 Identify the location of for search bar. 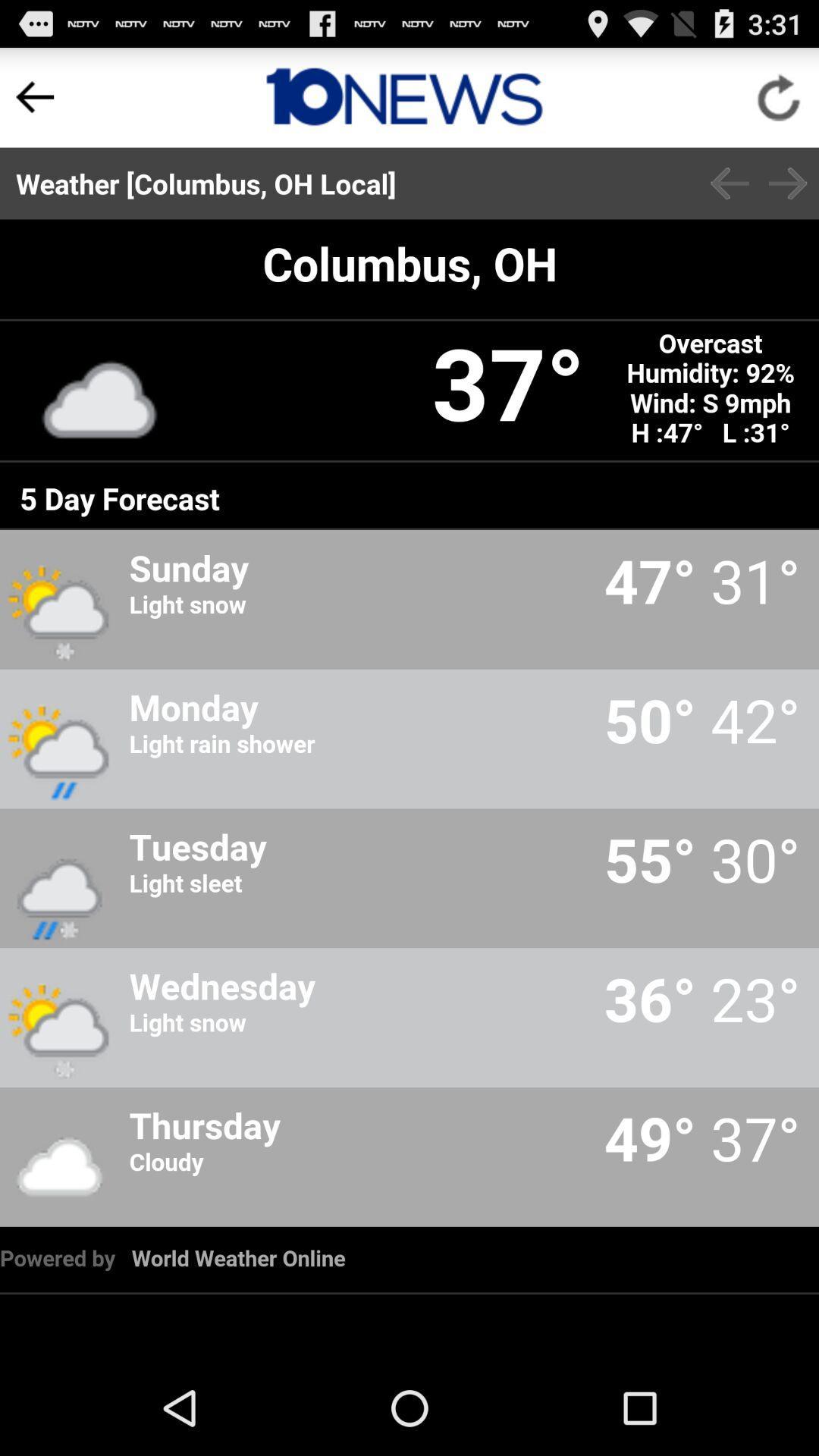
(403, 96).